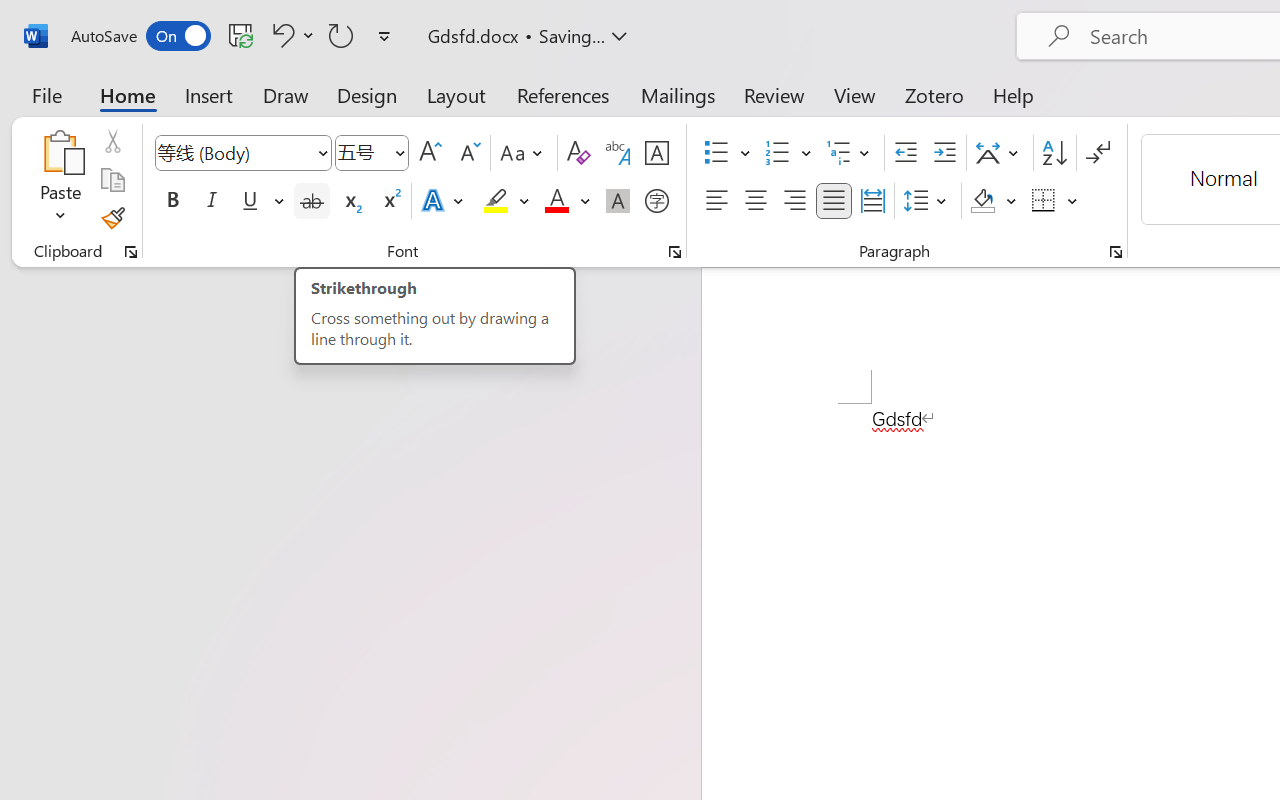  Describe the element at coordinates (617, 153) in the screenshot. I see `'Phonetic Guide...'` at that location.